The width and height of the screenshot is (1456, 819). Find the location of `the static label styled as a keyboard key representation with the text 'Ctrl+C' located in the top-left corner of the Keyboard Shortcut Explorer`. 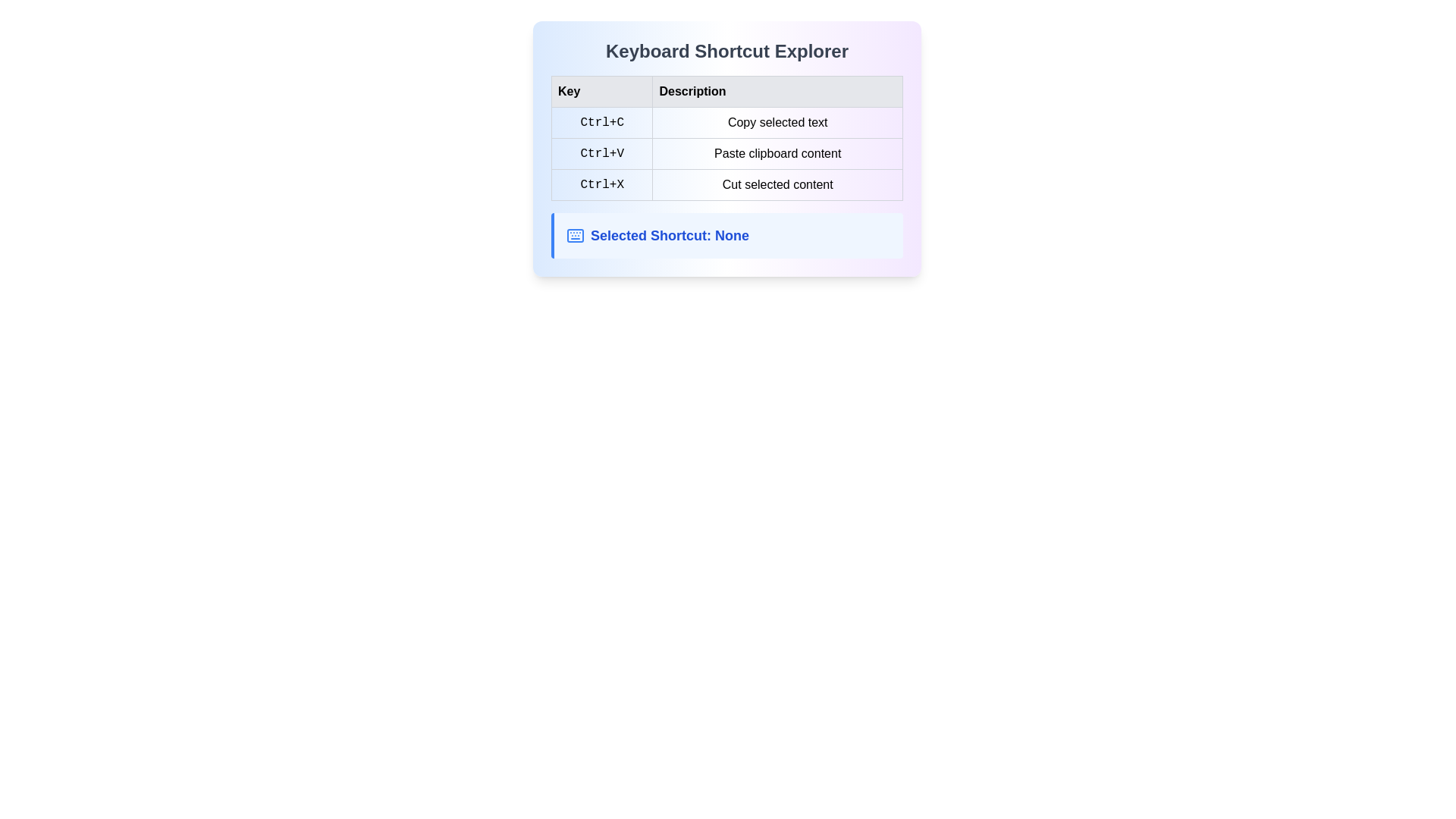

the static label styled as a keyboard key representation with the text 'Ctrl+C' located in the top-left corner of the Keyboard Shortcut Explorer is located at coordinates (601, 122).